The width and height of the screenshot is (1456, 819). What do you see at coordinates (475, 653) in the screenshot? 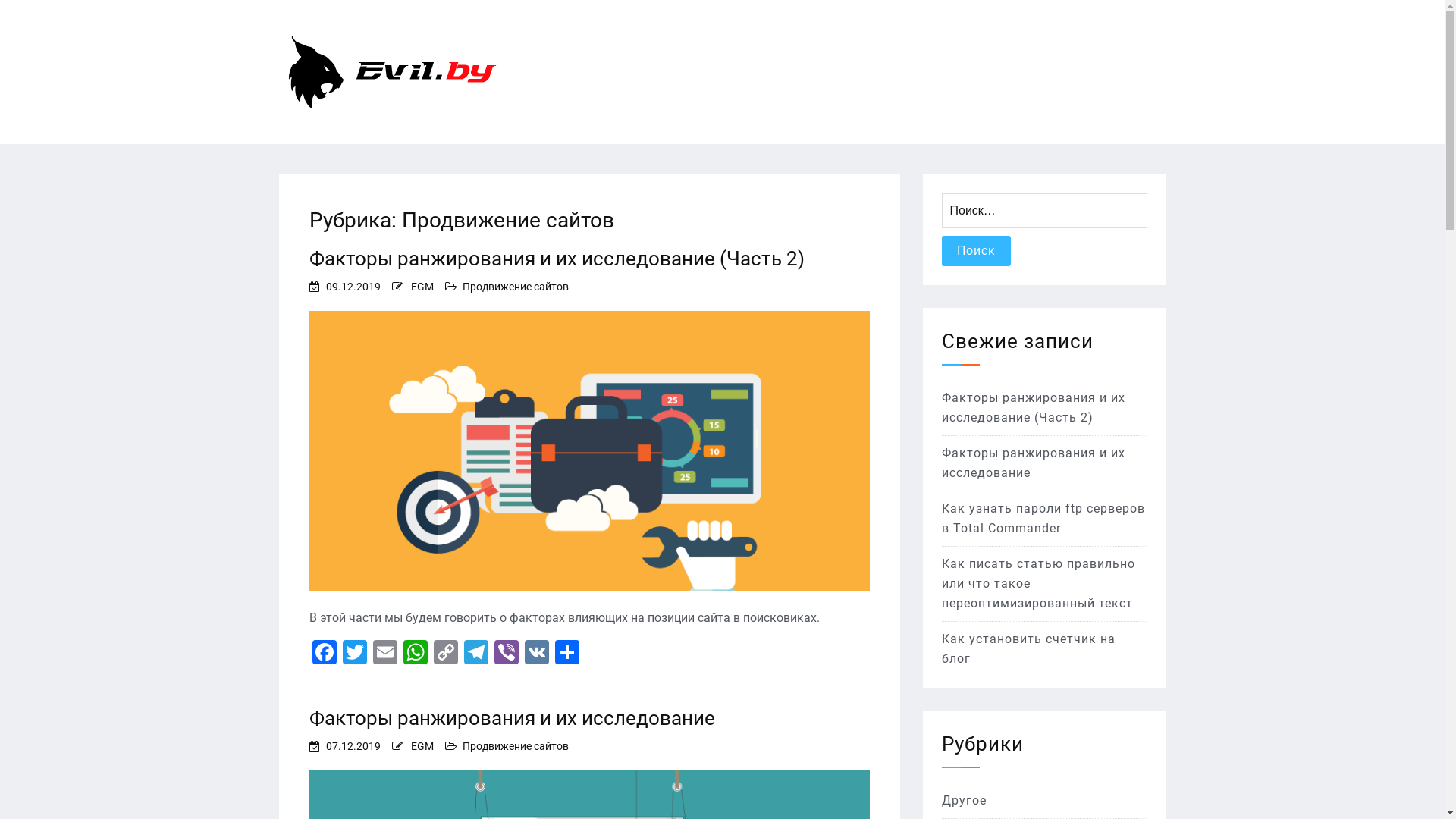
I see `'Telegram'` at bounding box center [475, 653].